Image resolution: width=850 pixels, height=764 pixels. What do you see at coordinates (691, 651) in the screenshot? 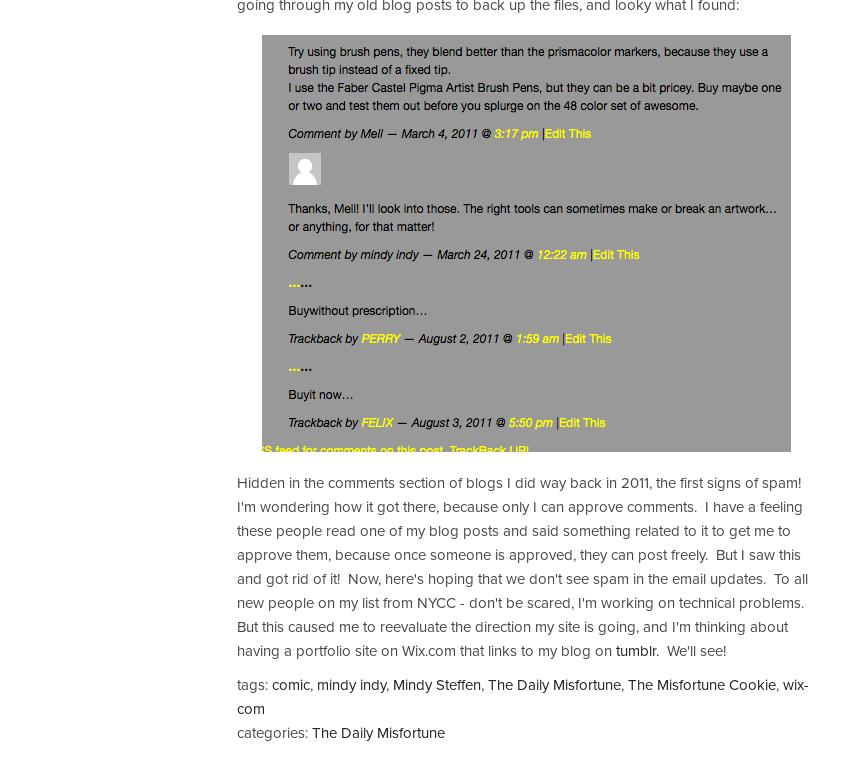
I see `'We'll see!'` at bounding box center [691, 651].